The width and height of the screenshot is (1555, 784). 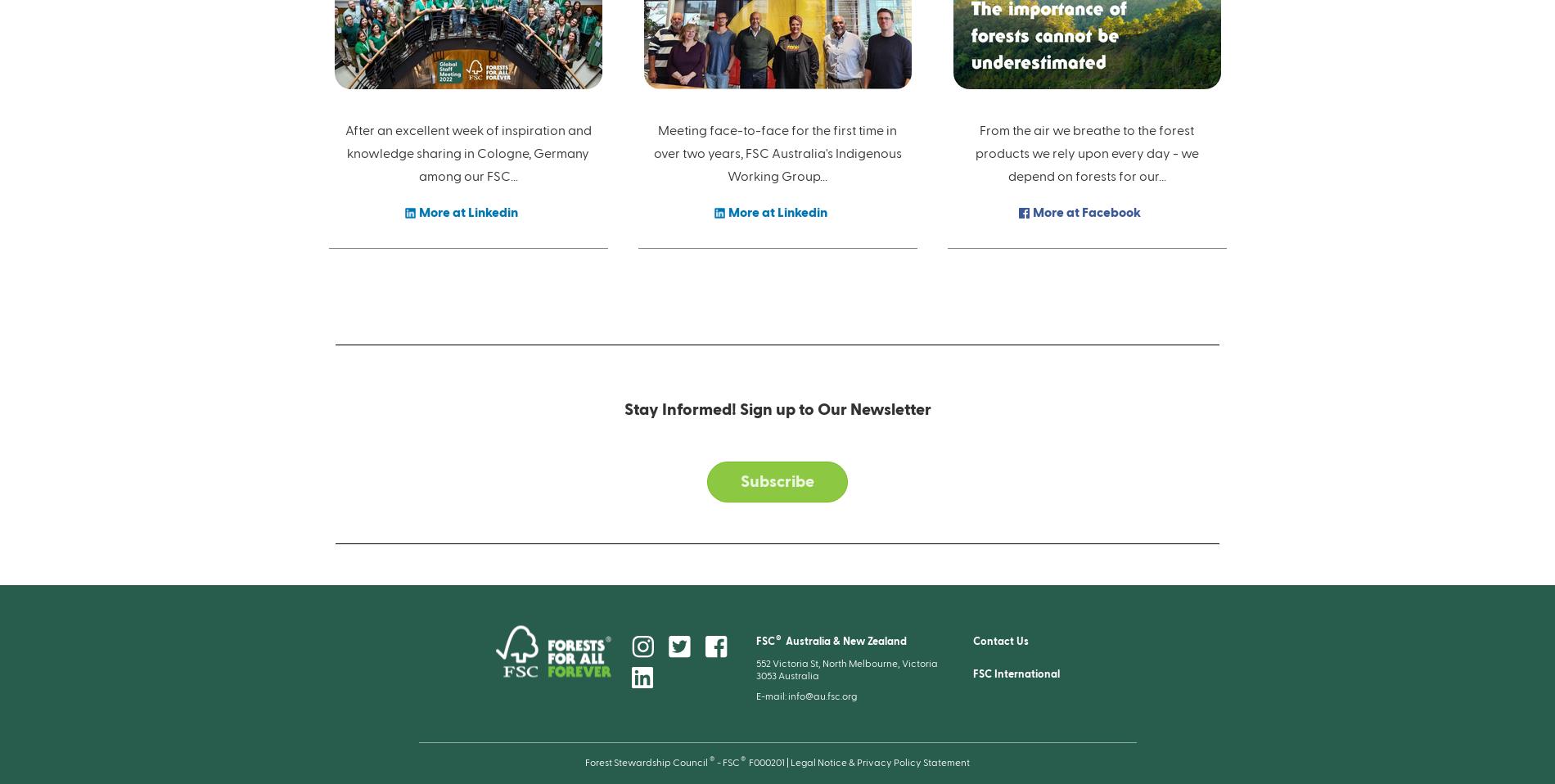 I want to click on 'info@au.fsc.org', so click(x=822, y=695).